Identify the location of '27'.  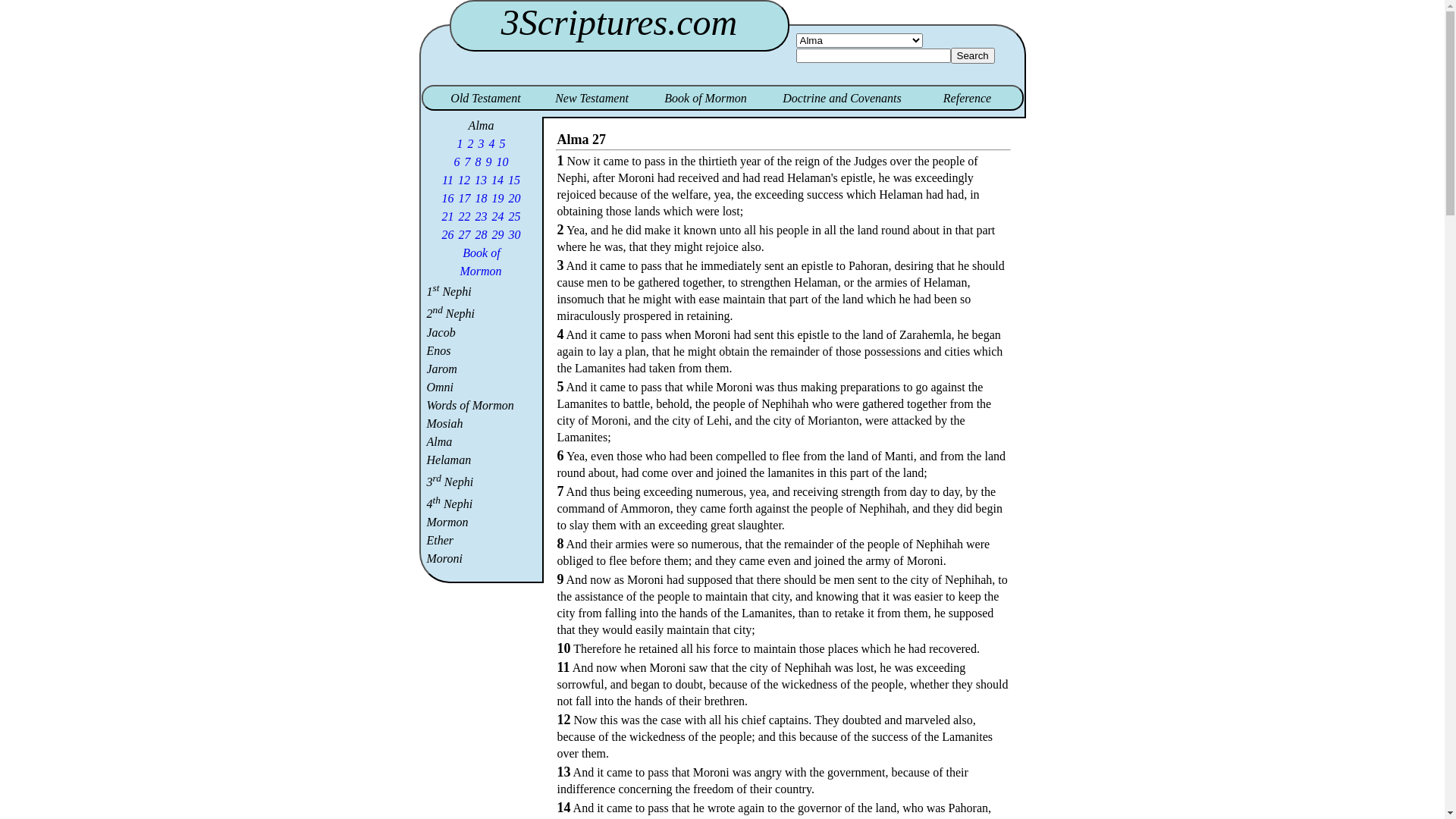
(464, 234).